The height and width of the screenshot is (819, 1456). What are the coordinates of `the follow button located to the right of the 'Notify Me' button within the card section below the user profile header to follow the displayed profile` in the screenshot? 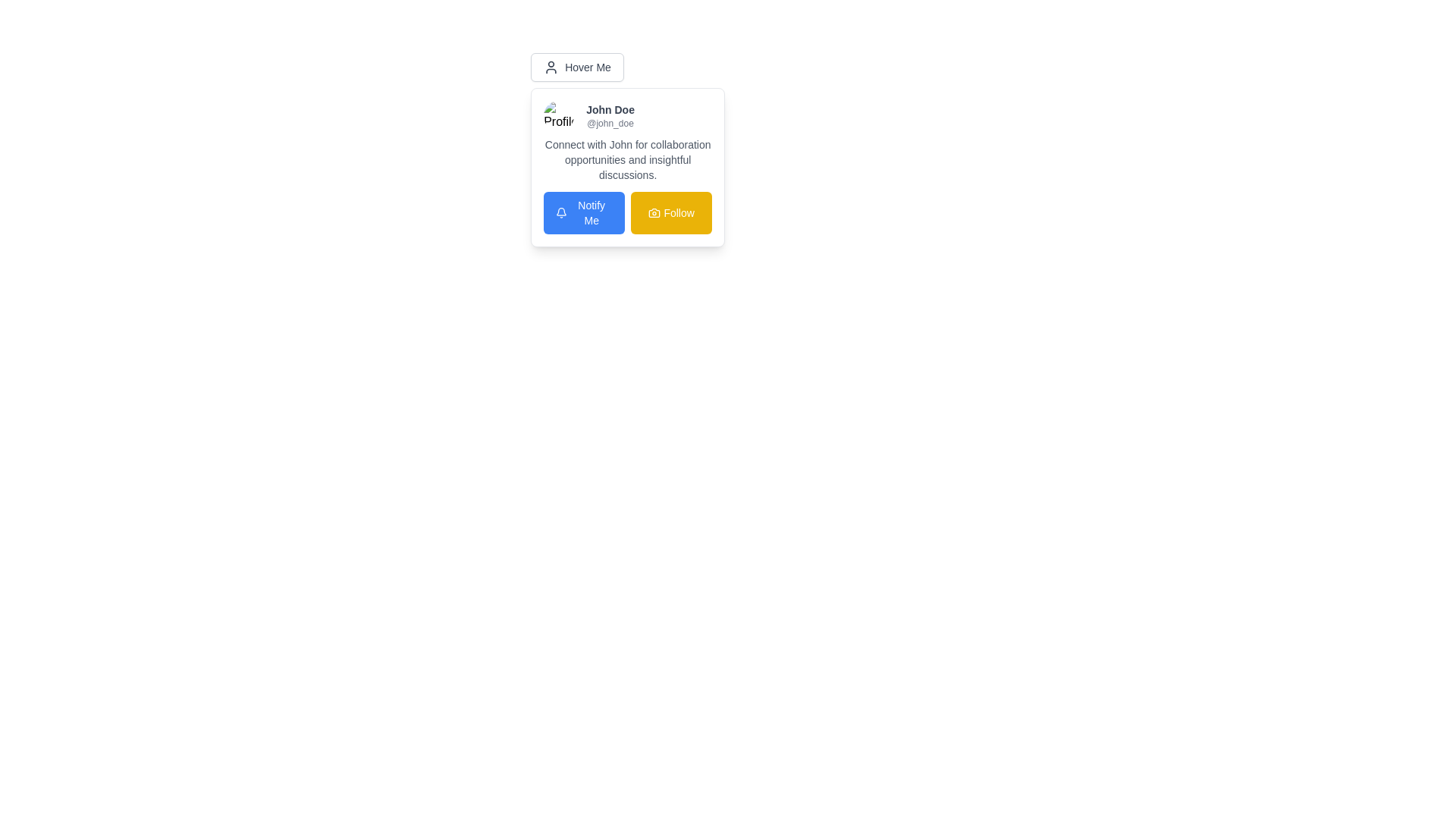 It's located at (670, 213).